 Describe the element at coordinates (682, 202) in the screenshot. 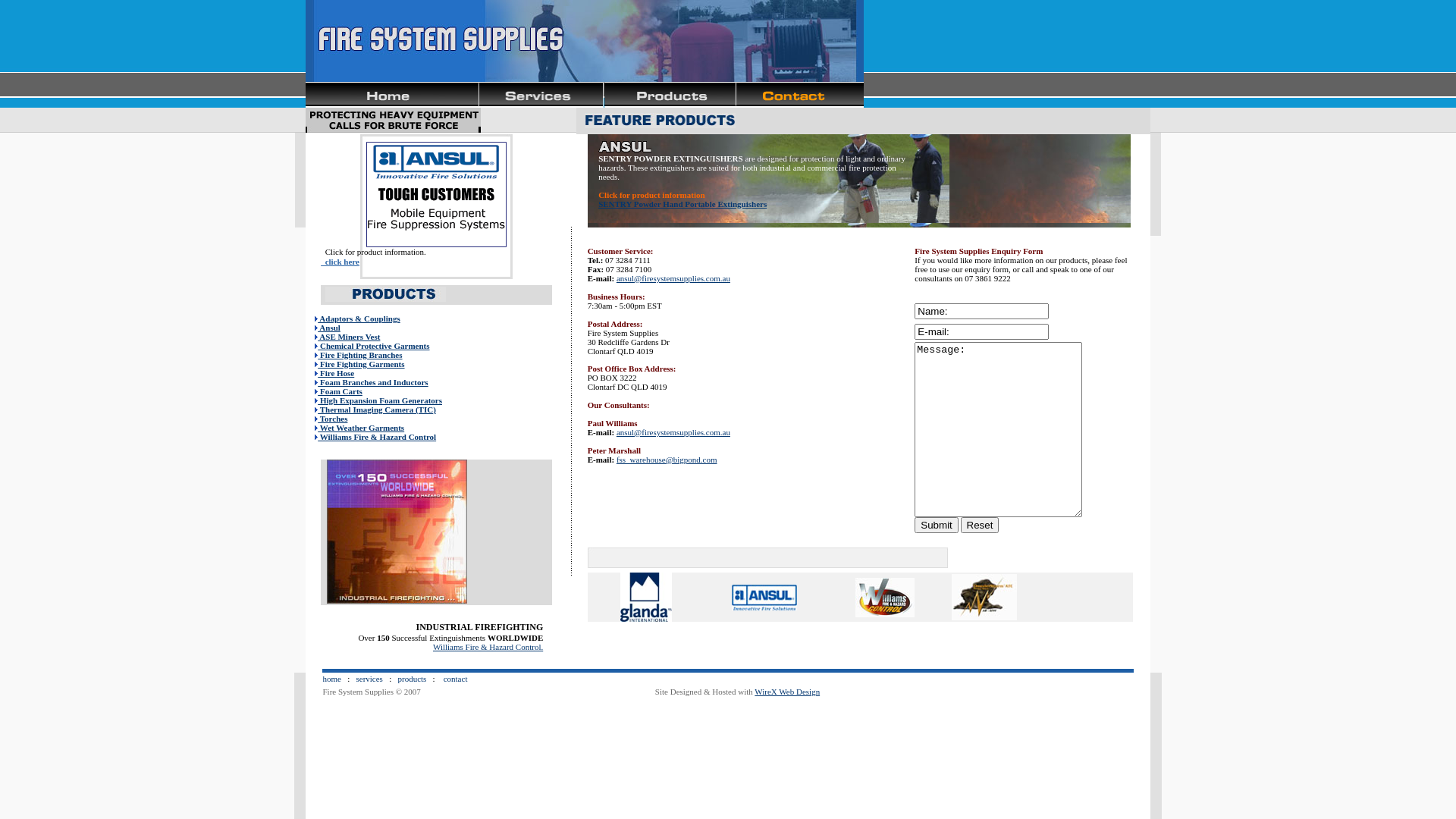

I see `'SENTRY Powder Hand Portable Extinguishers'` at that location.